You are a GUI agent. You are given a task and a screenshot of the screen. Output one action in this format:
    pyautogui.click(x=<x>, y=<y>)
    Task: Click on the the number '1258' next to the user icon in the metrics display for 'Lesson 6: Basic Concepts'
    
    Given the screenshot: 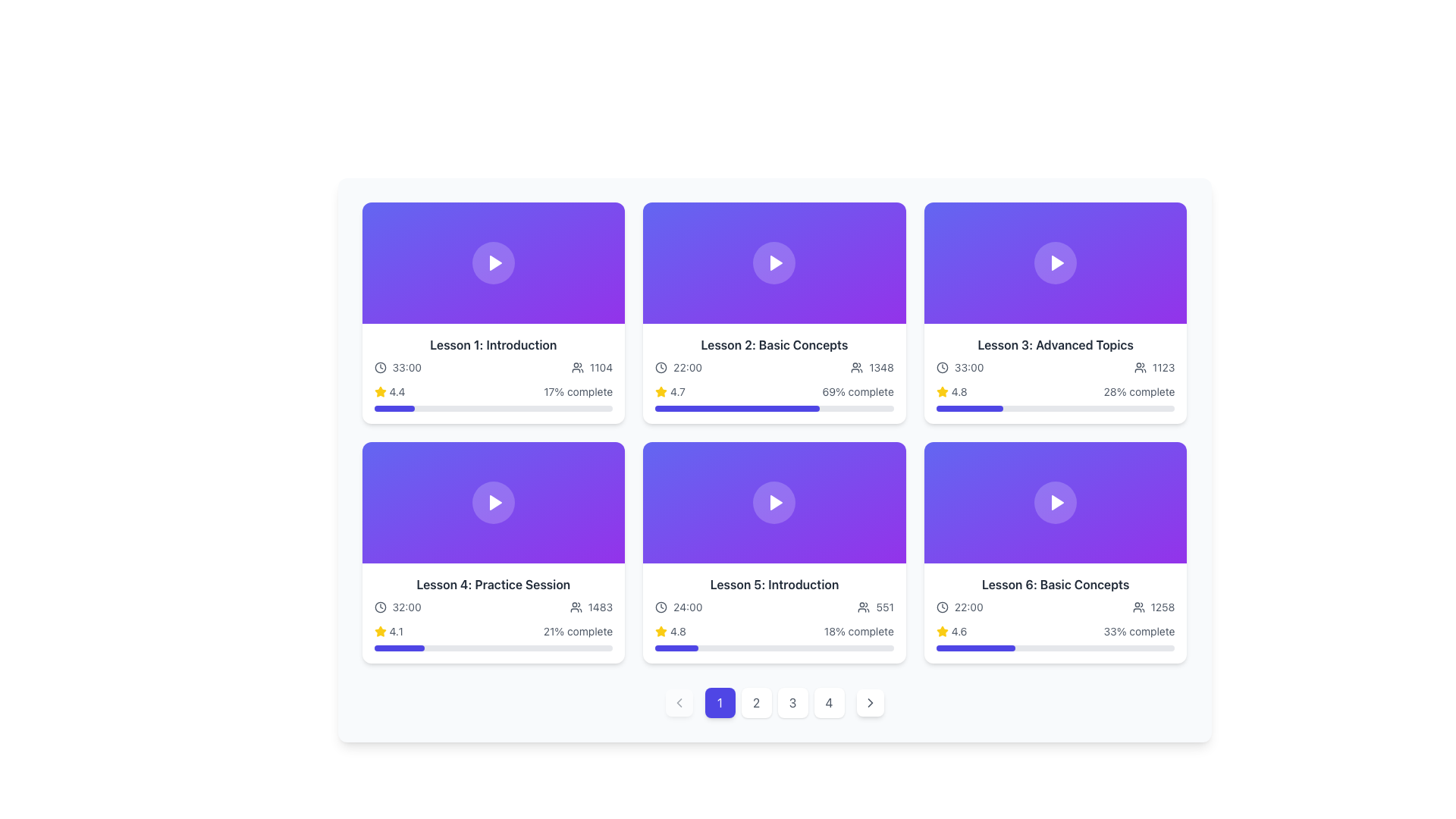 What is the action you would take?
    pyautogui.click(x=1153, y=607)
    